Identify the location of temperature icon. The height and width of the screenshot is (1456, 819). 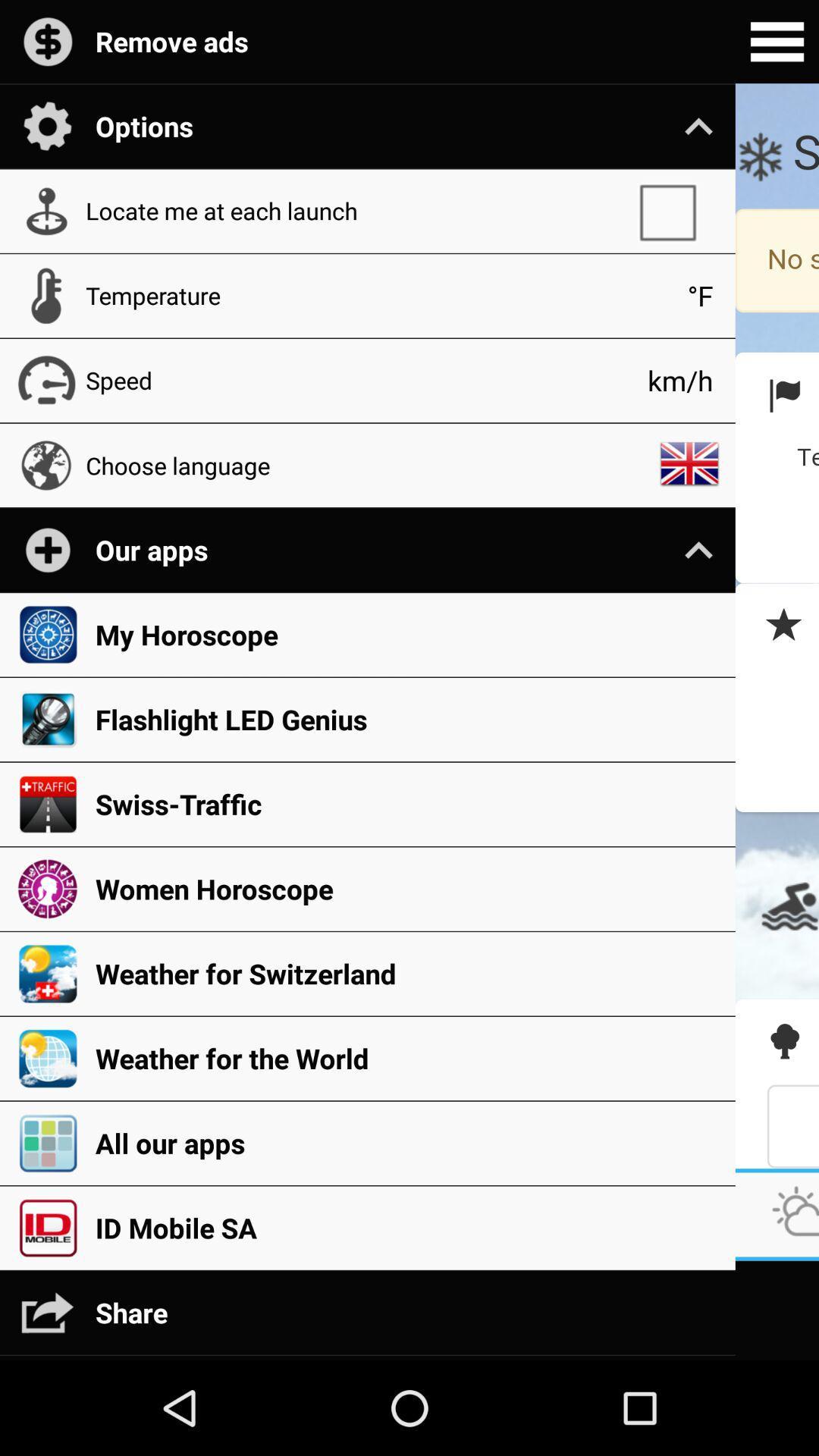
(378, 295).